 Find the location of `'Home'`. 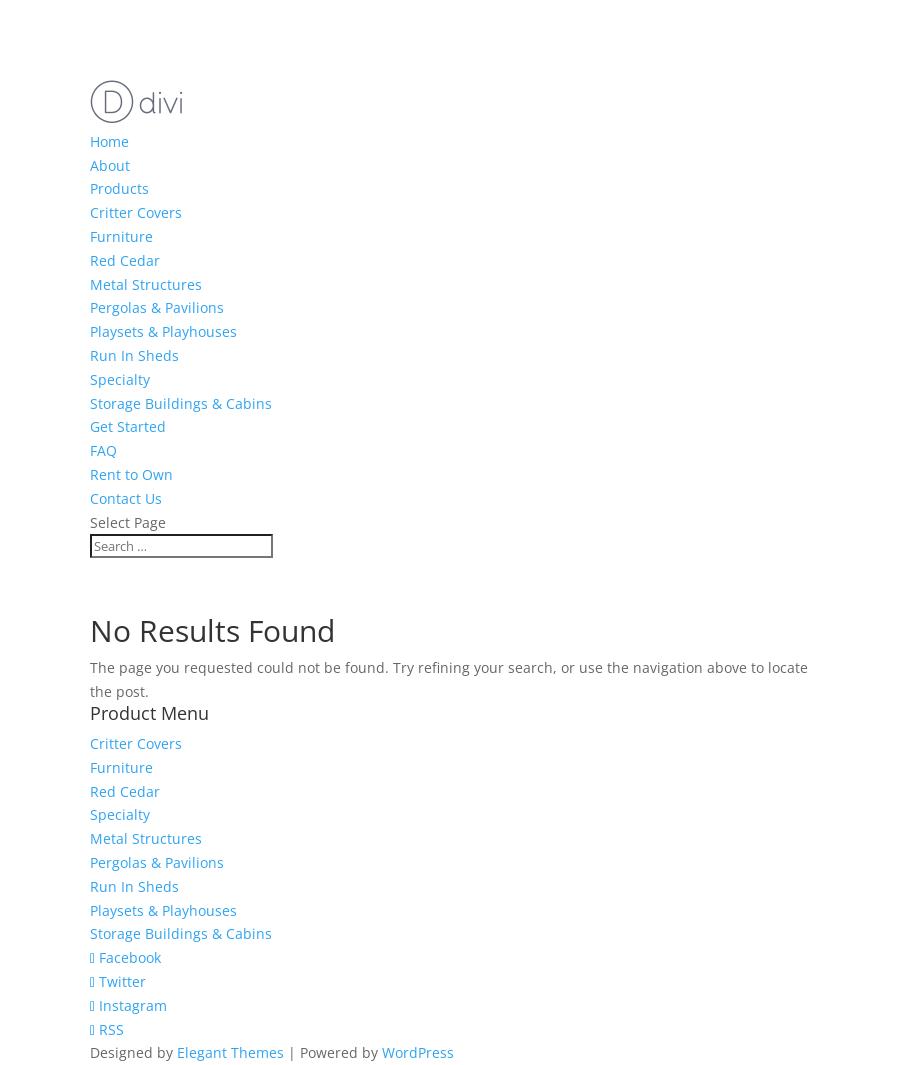

'Home' is located at coordinates (108, 139).